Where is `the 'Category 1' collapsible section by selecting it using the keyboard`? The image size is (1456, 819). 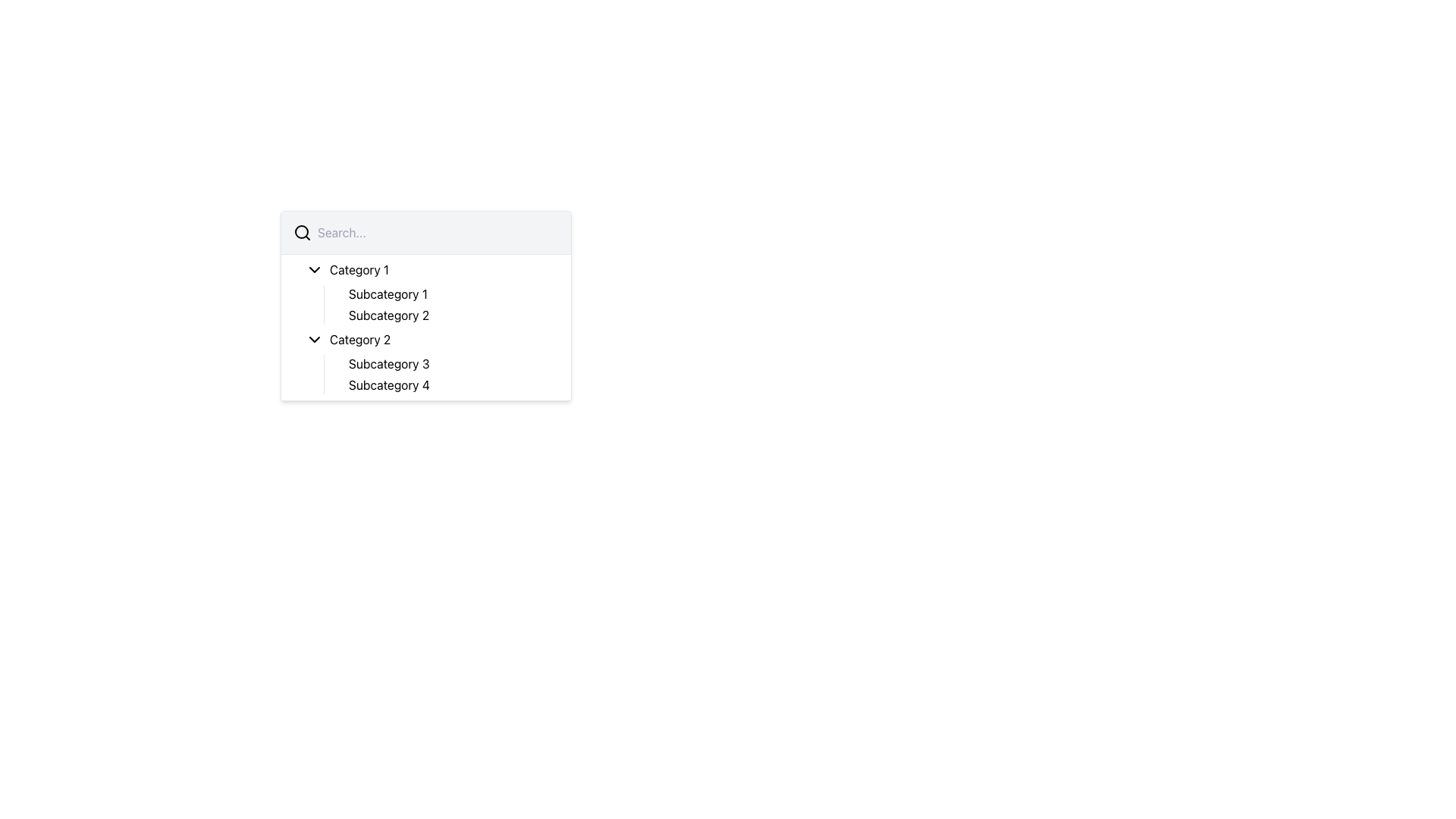 the 'Category 1' collapsible section by selecting it using the keyboard is located at coordinates (425, 292).